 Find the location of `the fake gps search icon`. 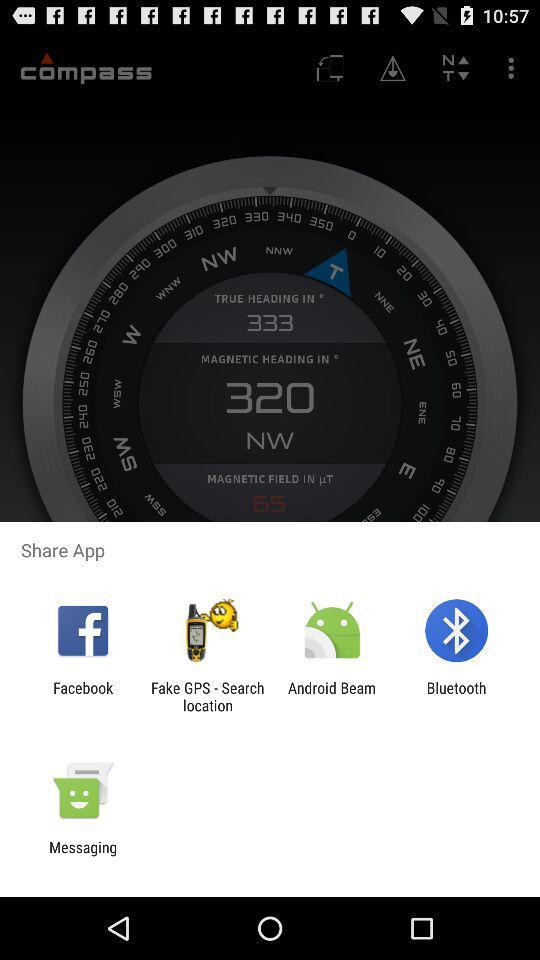

the fake gps search icon is located at coordinates (206, 696).